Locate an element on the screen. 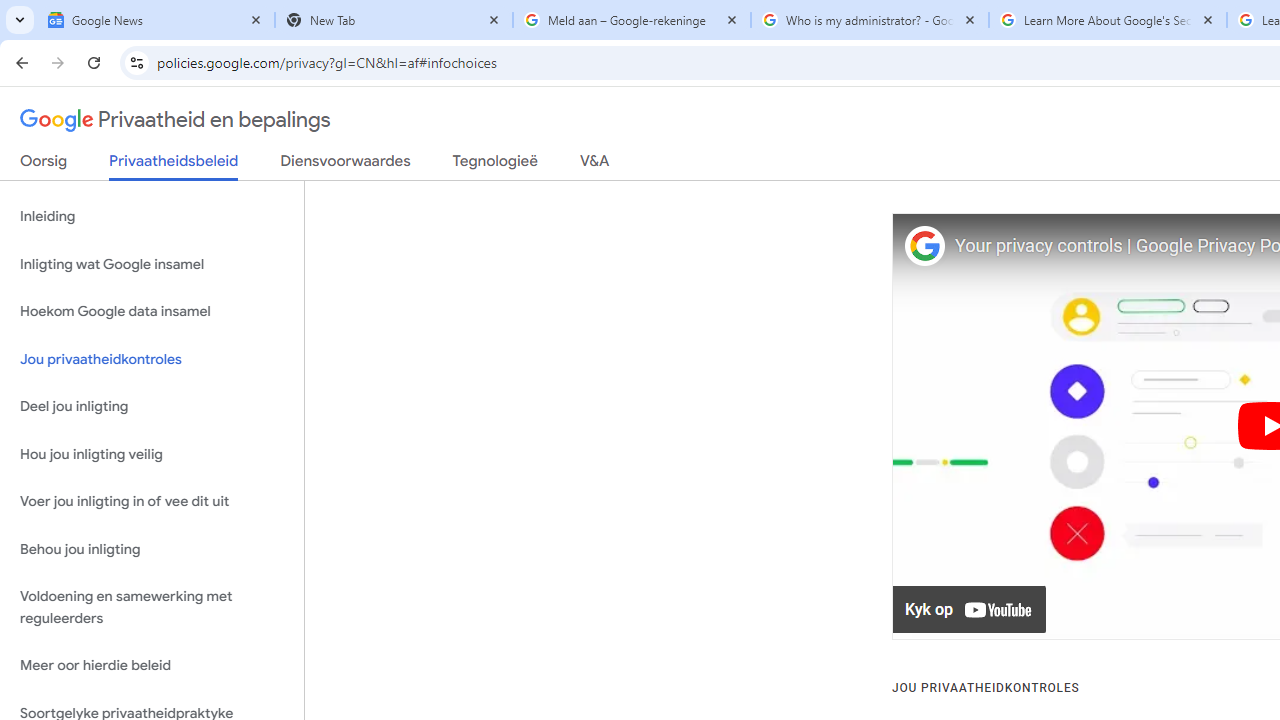  'New Tab' is located at coordinates (394, 20).